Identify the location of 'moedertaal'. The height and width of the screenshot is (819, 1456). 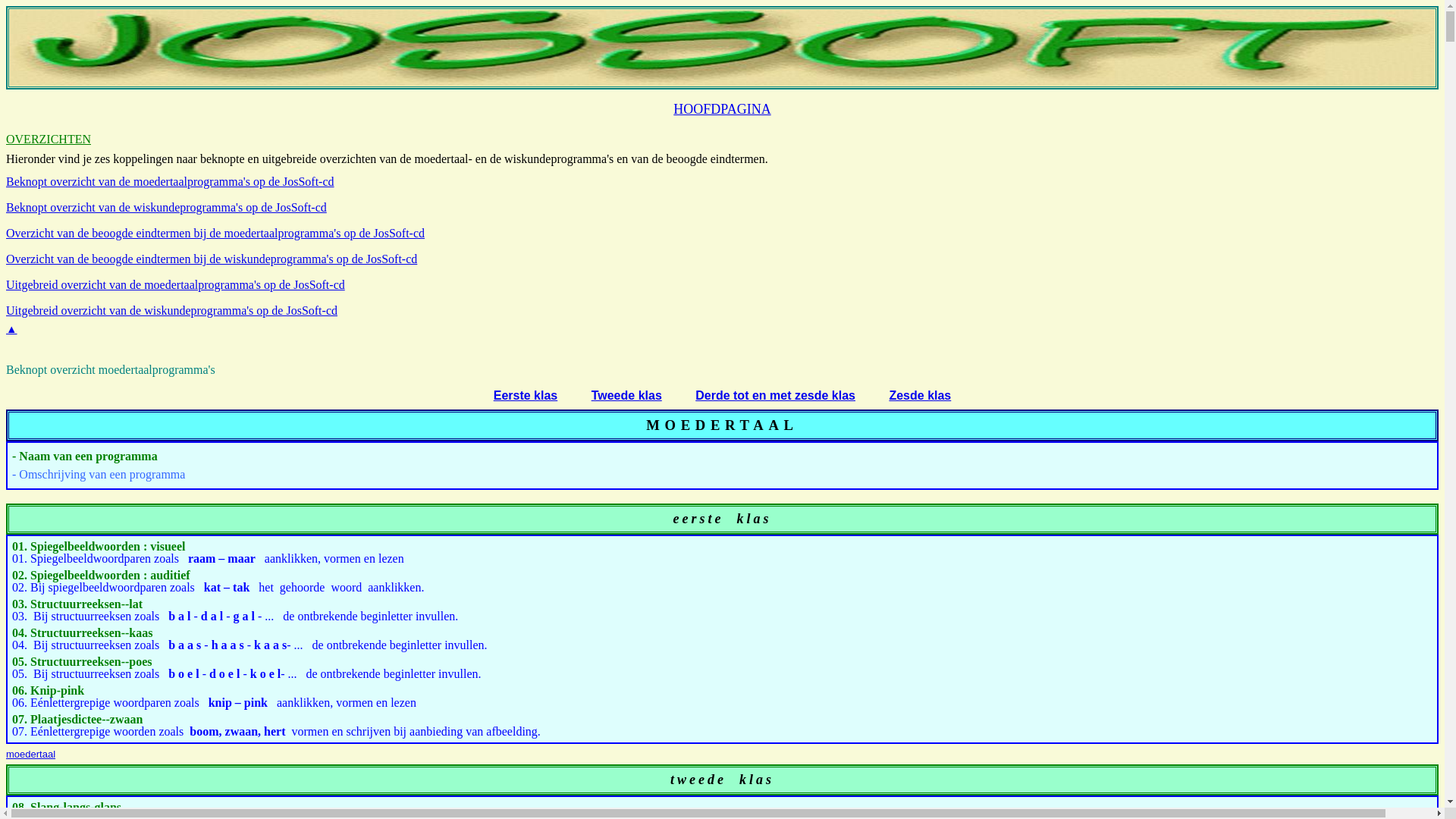
(30, 753).